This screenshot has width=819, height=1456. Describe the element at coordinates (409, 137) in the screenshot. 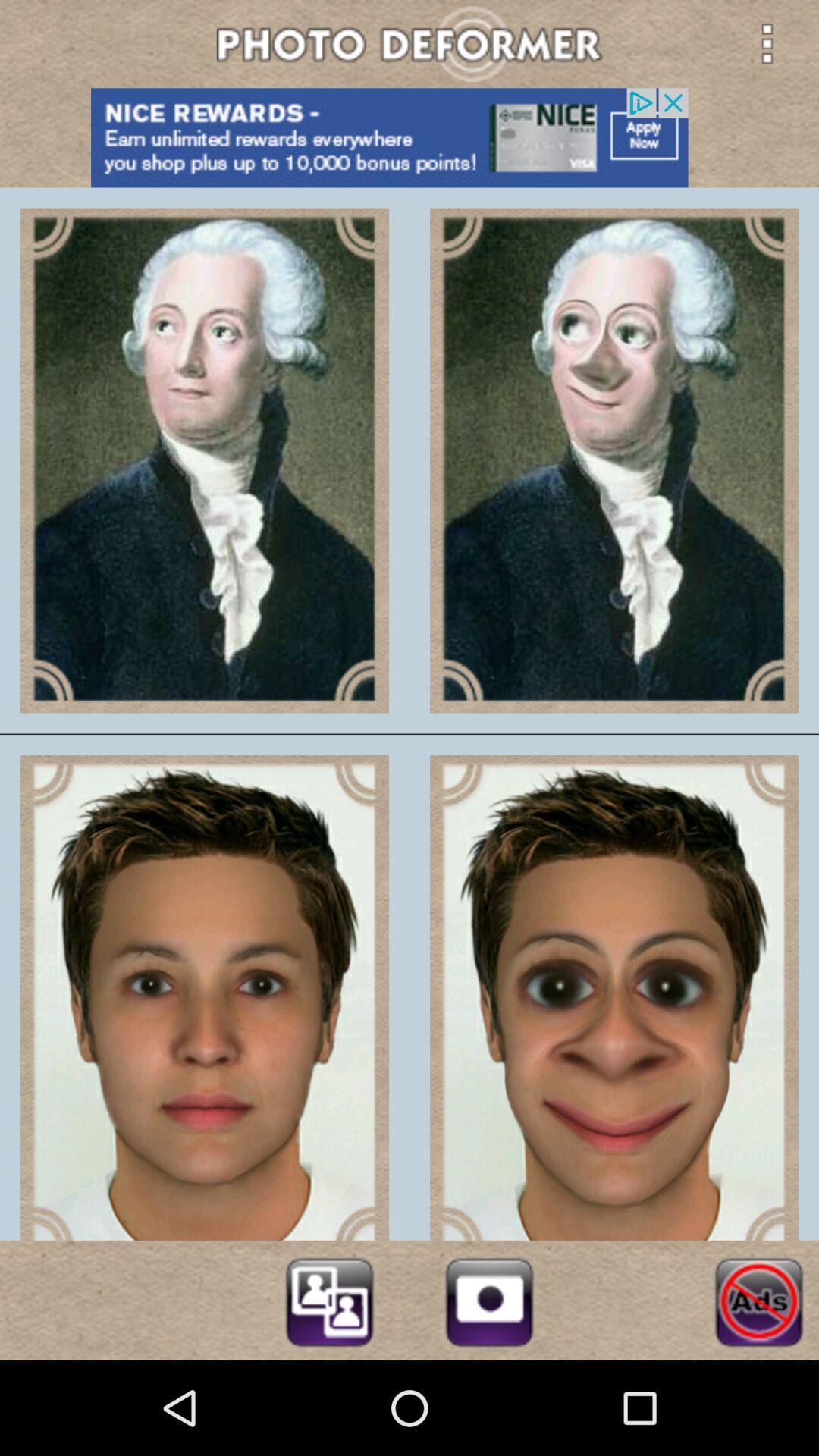

I see `advertisement area` at that location.